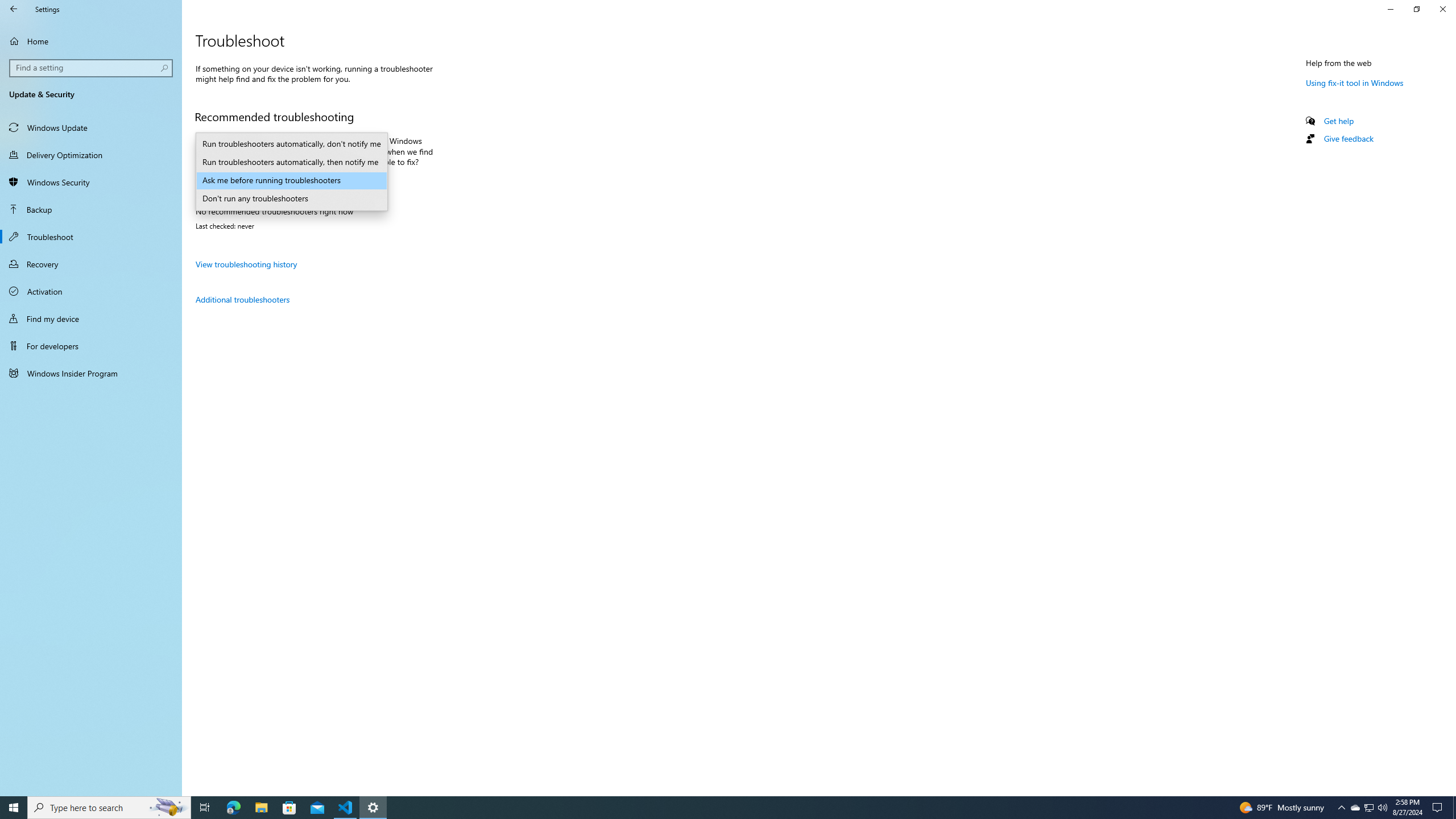 This screenshot has height=819, width=1456. Describe the element at coordinates (90, 263) in the screenshot. I see `'Recovery'` at that location.